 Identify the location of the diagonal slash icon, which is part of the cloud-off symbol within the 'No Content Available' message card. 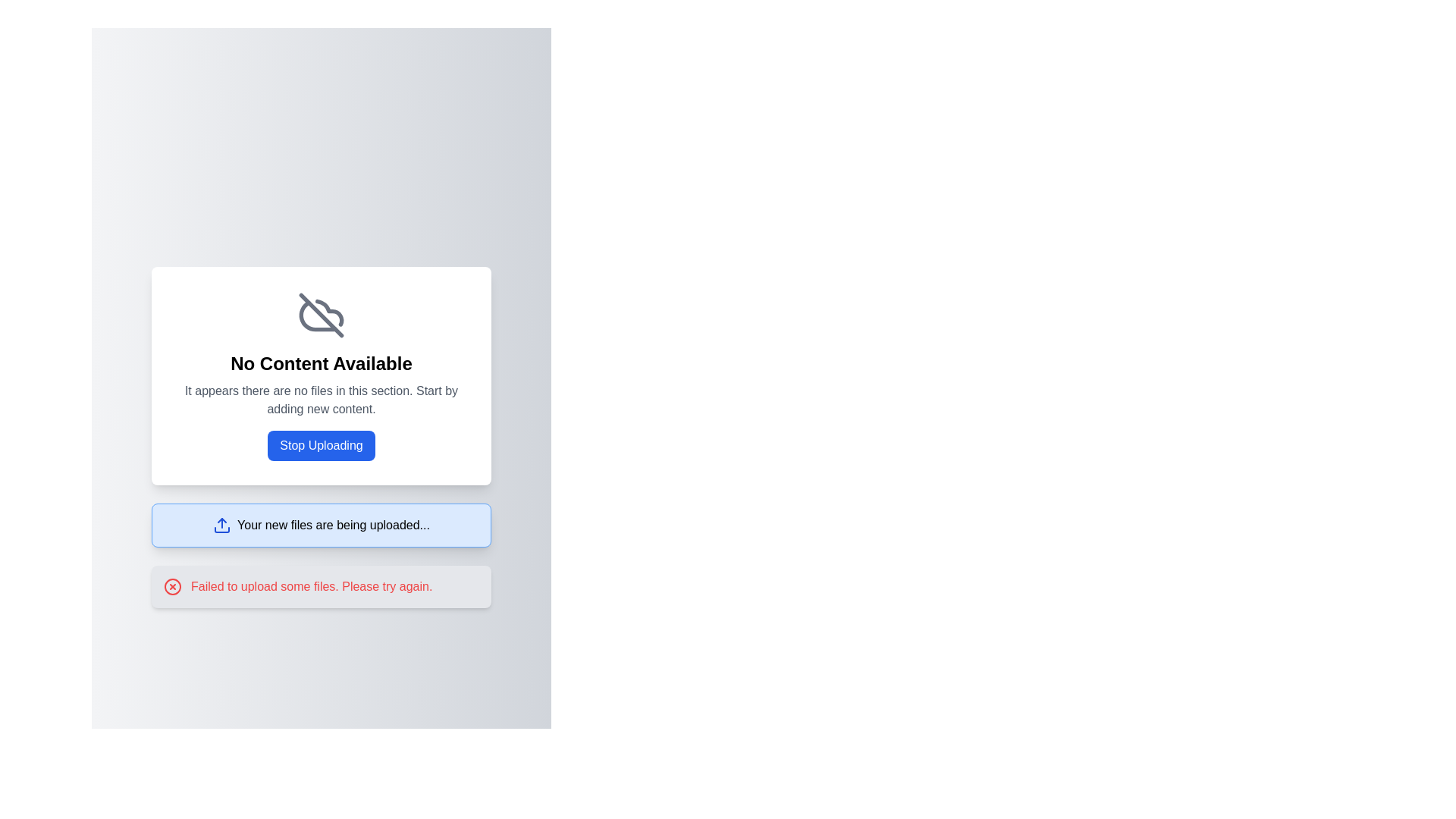
(320, 314).